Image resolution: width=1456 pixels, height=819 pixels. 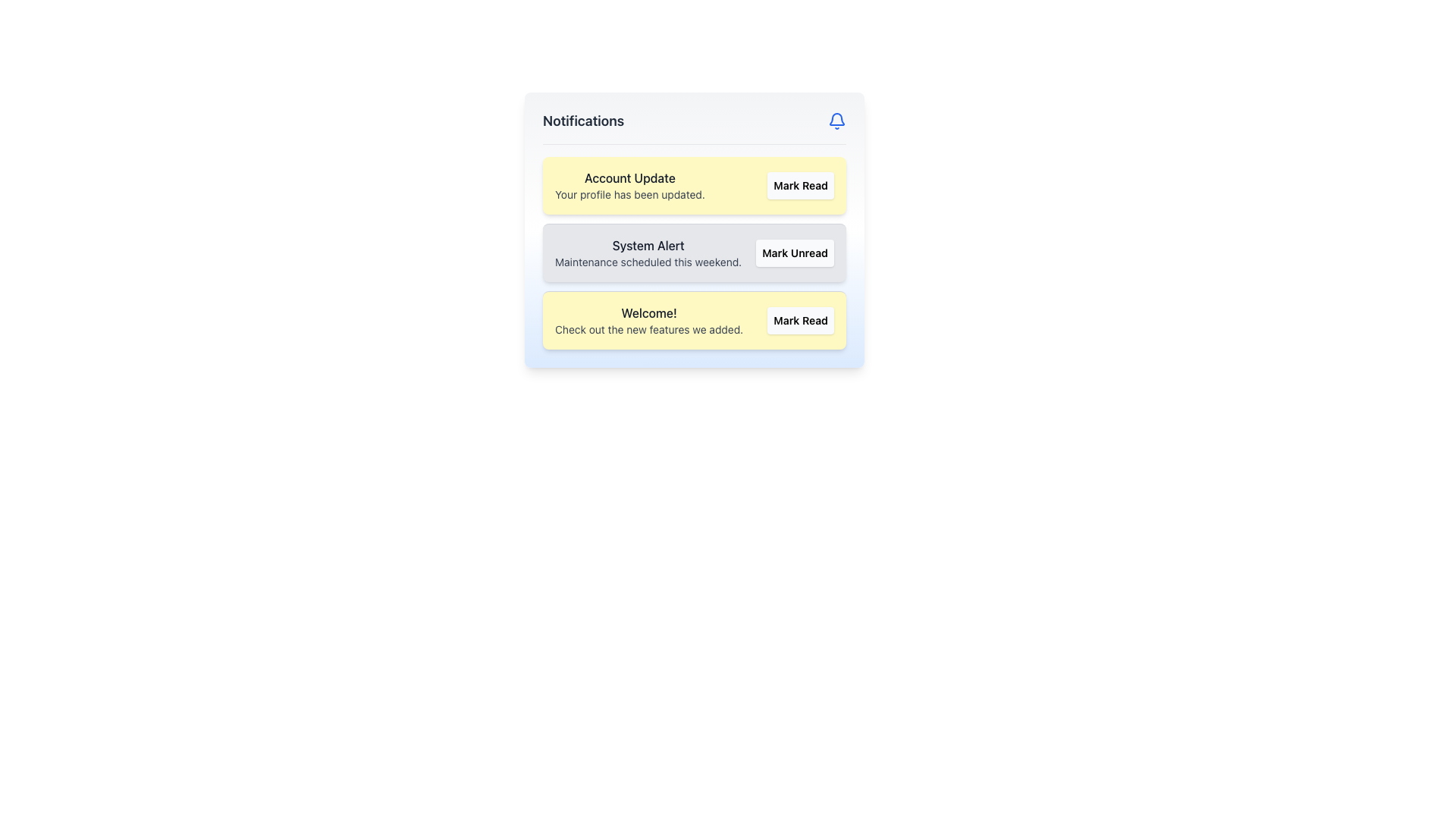 I want to click on the 'Mark Unread' button, which is a small rounded rectangular button with a gray background and bold black text, located in the notification panel to the right of the 'System Alert' notification block, so click(x=794, y=253).